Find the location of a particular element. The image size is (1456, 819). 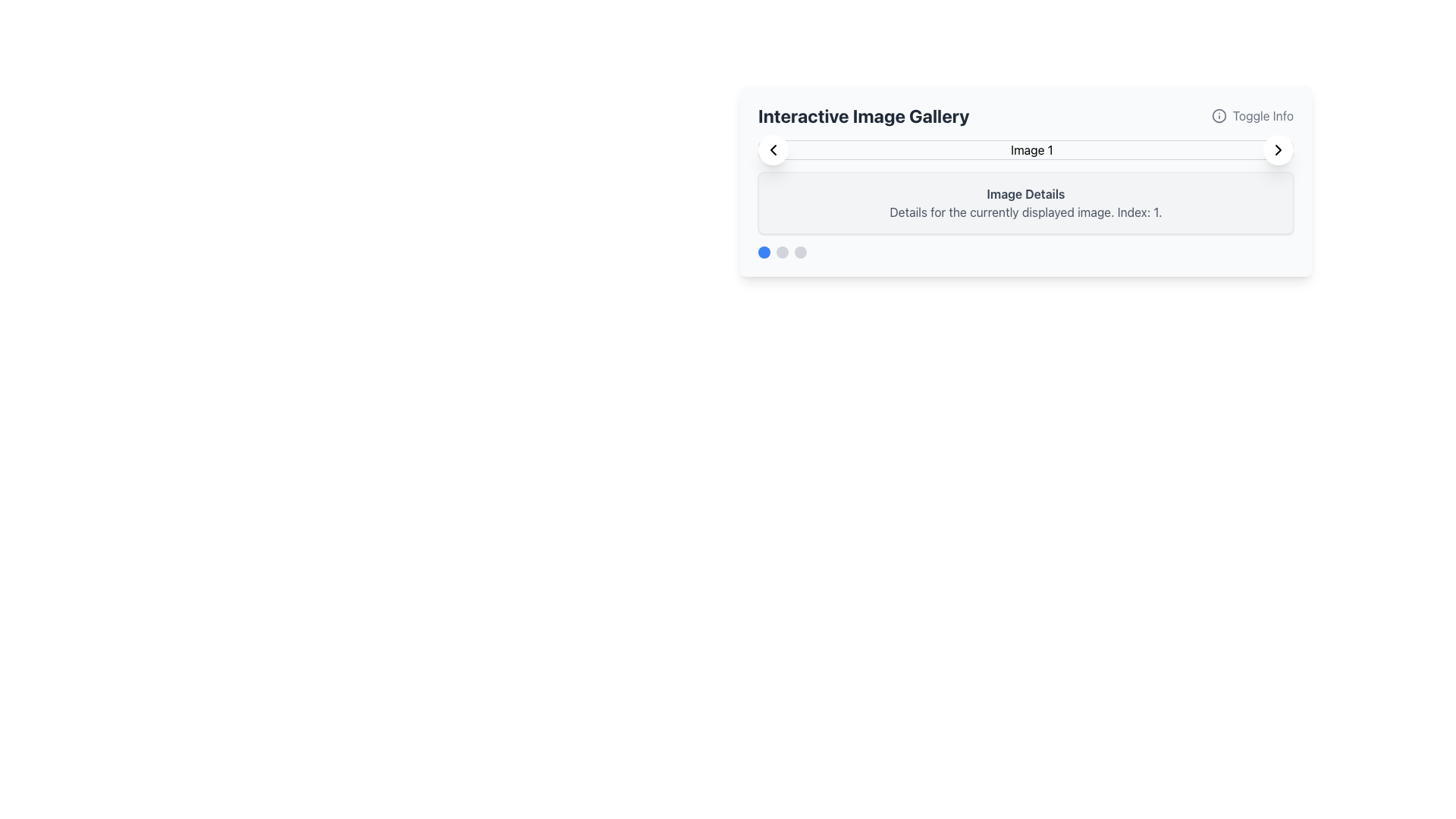

the leftward-pointing chevron icon located in the interactive image gallery navigation bar is located at coordinates (773, 149).